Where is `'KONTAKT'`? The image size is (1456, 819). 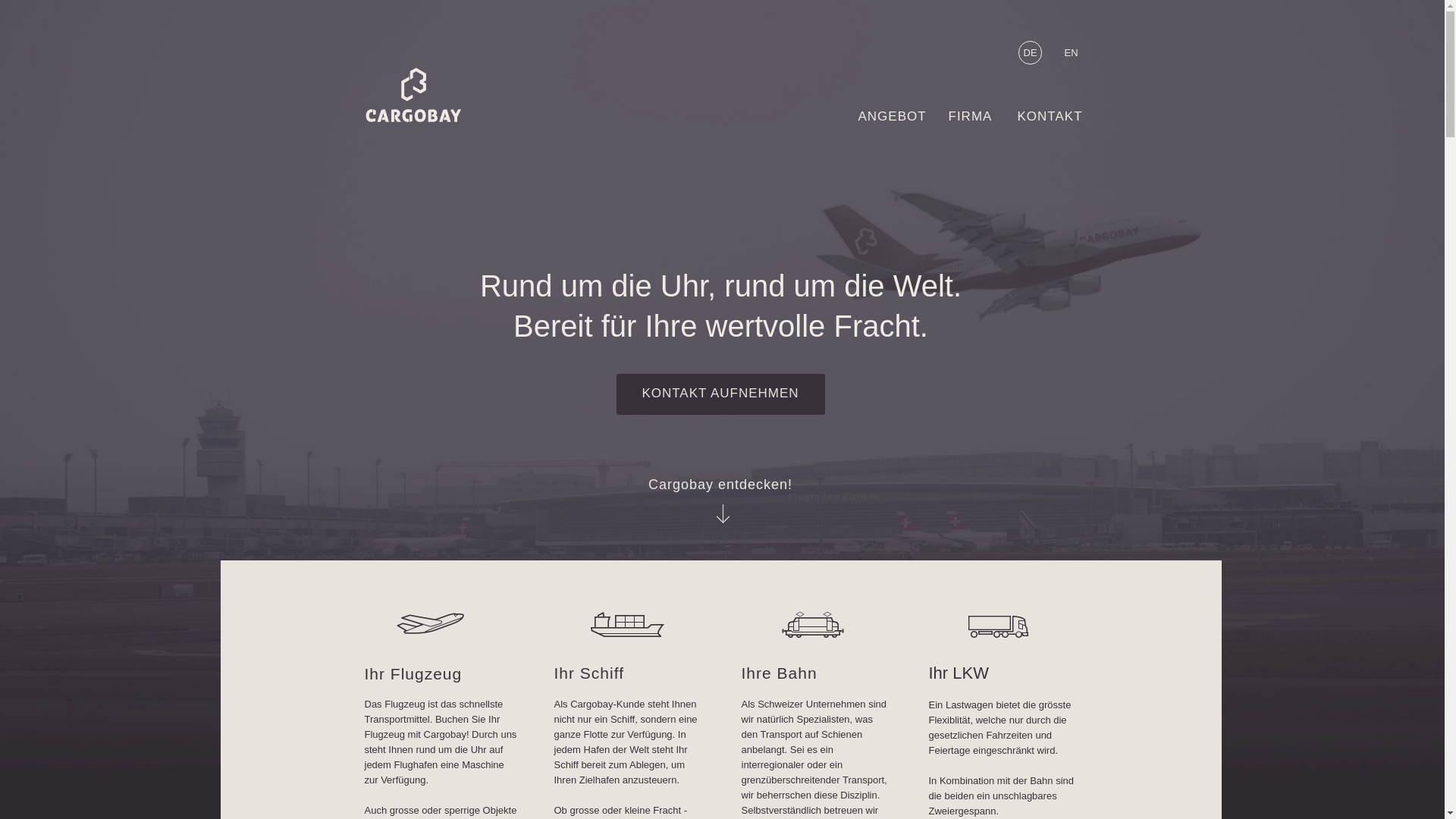 'KONTAKT' is located at coordinates (1057, 119).